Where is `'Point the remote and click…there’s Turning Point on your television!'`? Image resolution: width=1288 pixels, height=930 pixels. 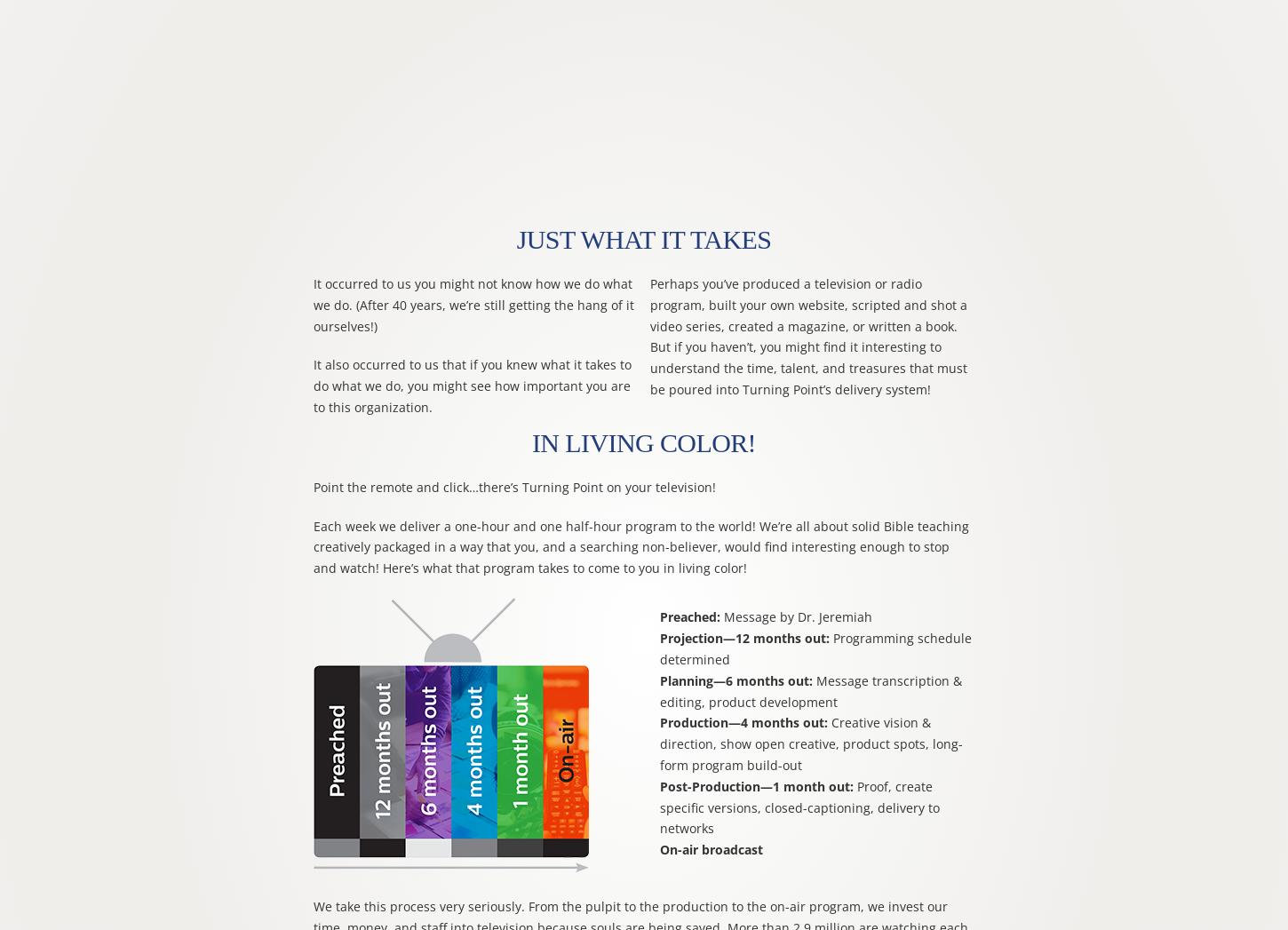
'Point the remote and click…there’s Turning Point on your television!' is located at coordinates (513, 486).